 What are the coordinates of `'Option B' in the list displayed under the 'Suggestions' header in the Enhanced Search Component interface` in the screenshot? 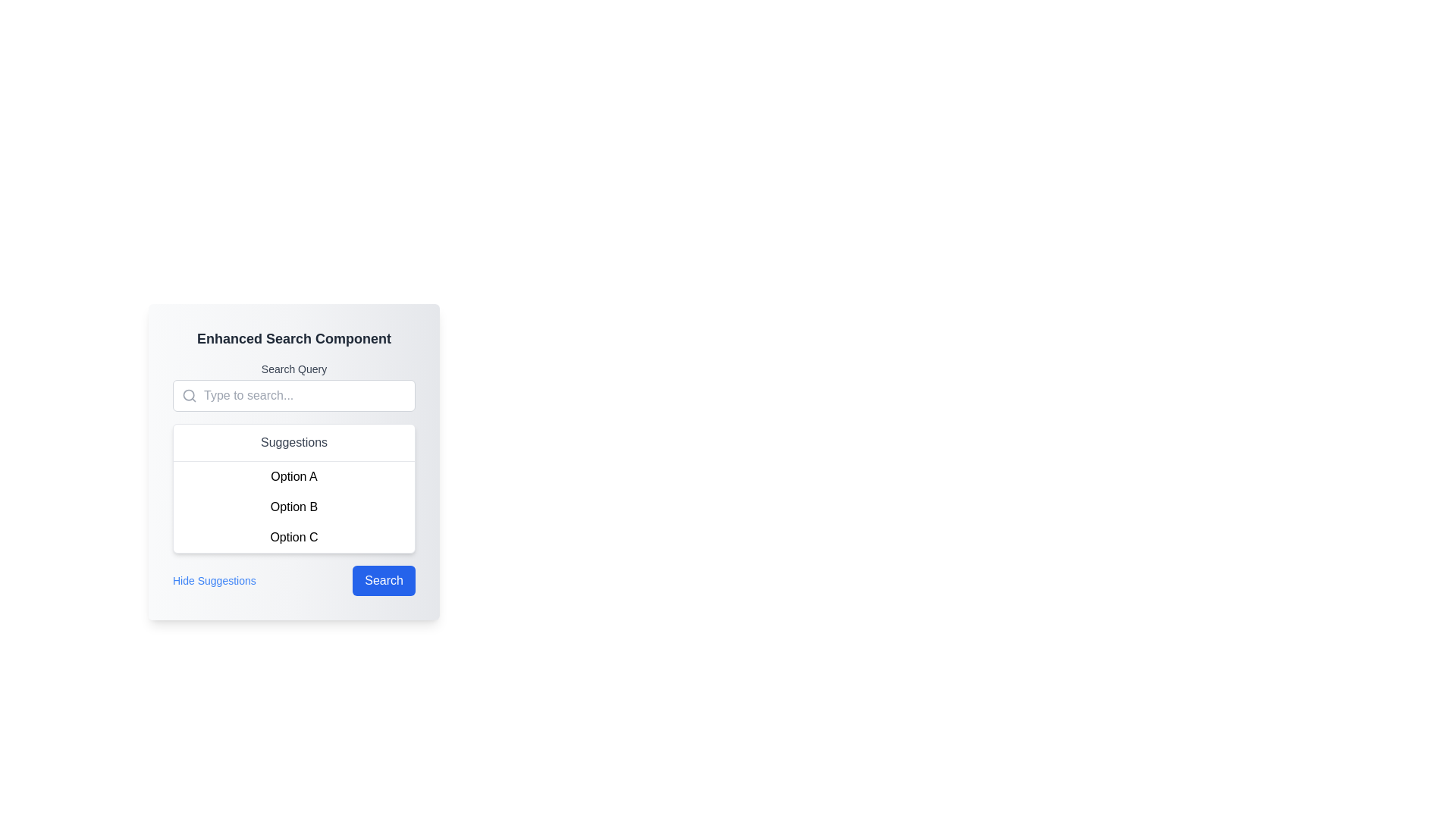 It's located at (294, 507).